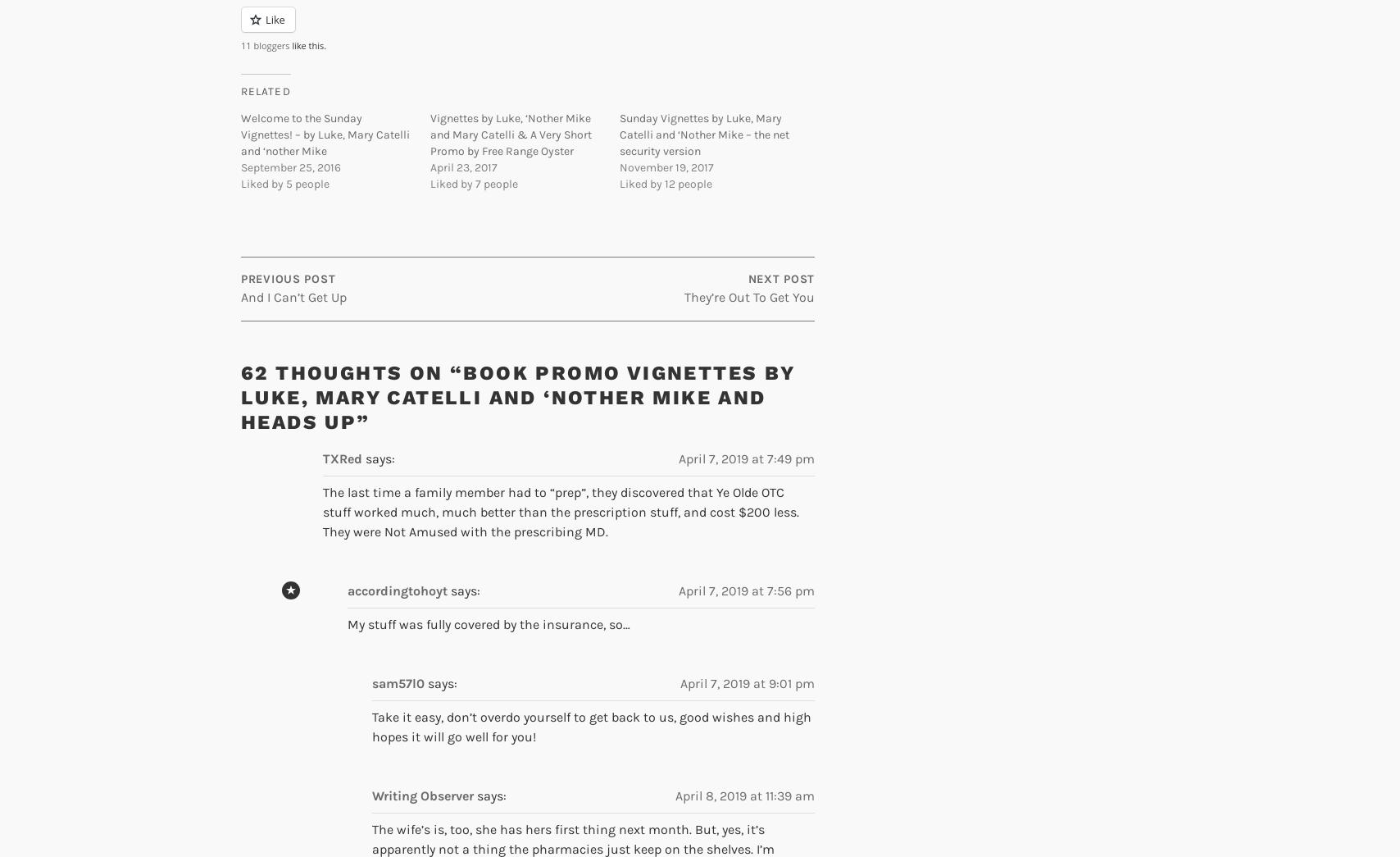  Describe the element at coordinates (748, 682) in the screenshot. I see `'April 7, 2019 at 9:01 pm'` at that location.